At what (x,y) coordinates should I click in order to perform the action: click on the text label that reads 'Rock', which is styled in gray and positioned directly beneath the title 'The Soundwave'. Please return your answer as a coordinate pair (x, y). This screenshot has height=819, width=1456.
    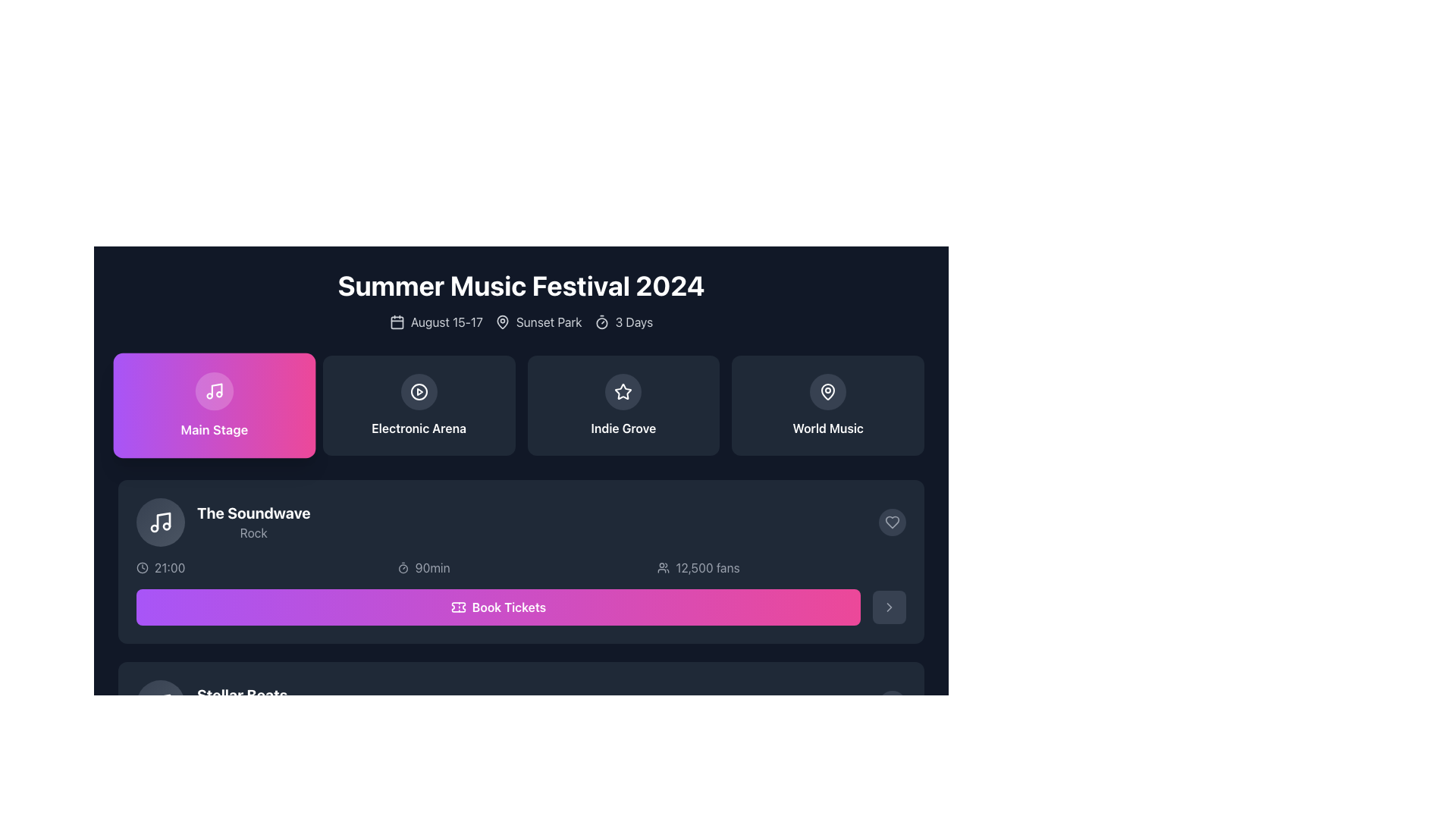
    Looking at the image, I should click on (253, 532).